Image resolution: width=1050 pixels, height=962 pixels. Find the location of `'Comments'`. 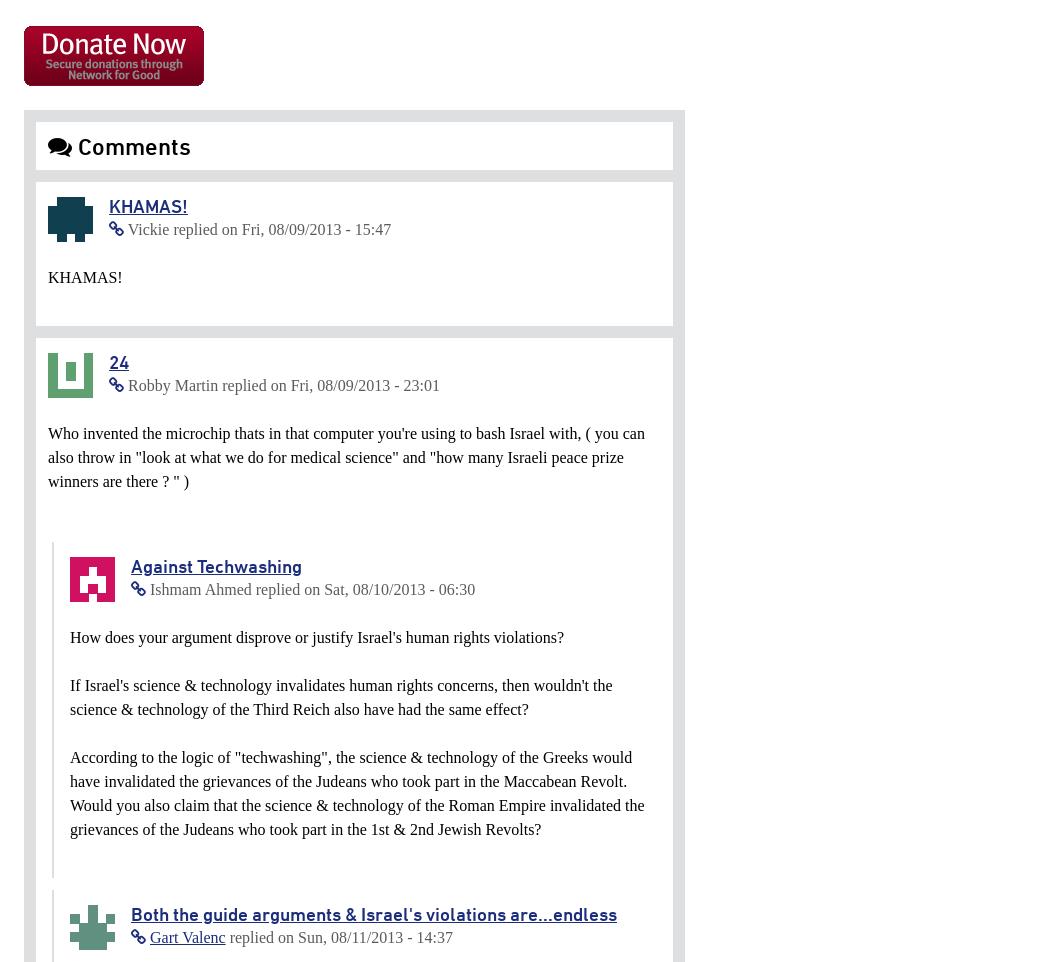

'Comments' is located at coordinates (130, 146).